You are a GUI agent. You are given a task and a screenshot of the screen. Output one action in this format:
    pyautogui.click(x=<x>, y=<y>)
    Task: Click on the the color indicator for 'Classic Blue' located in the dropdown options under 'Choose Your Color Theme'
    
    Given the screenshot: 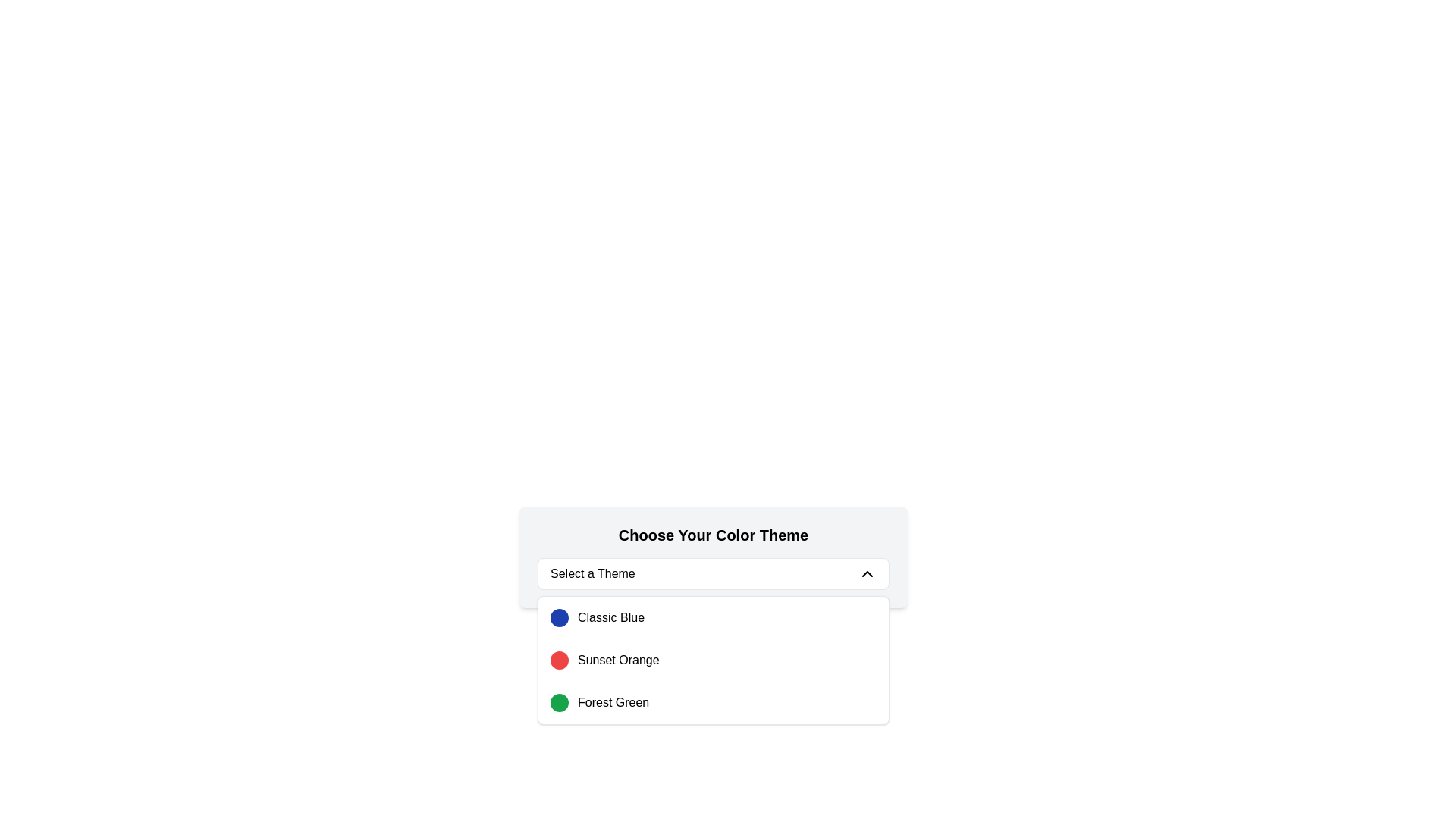 What is the action you would take?
    pyautogui.click(x=559, y=617)
    